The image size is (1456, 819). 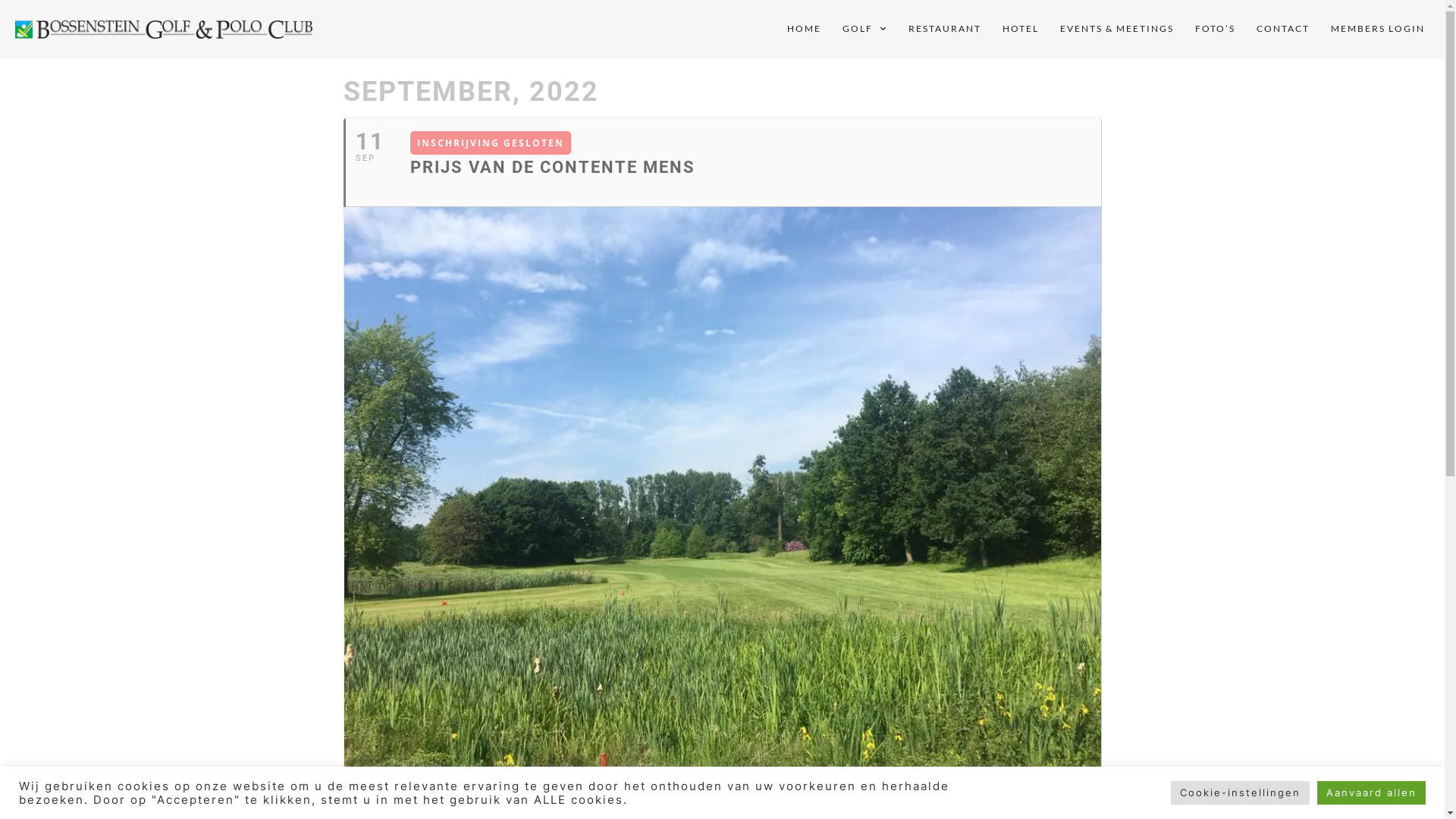 What do you see at coordinates (1282, 29) in the screenshot?
I see `'CONTACT'` at bounding box center [1282, 29].